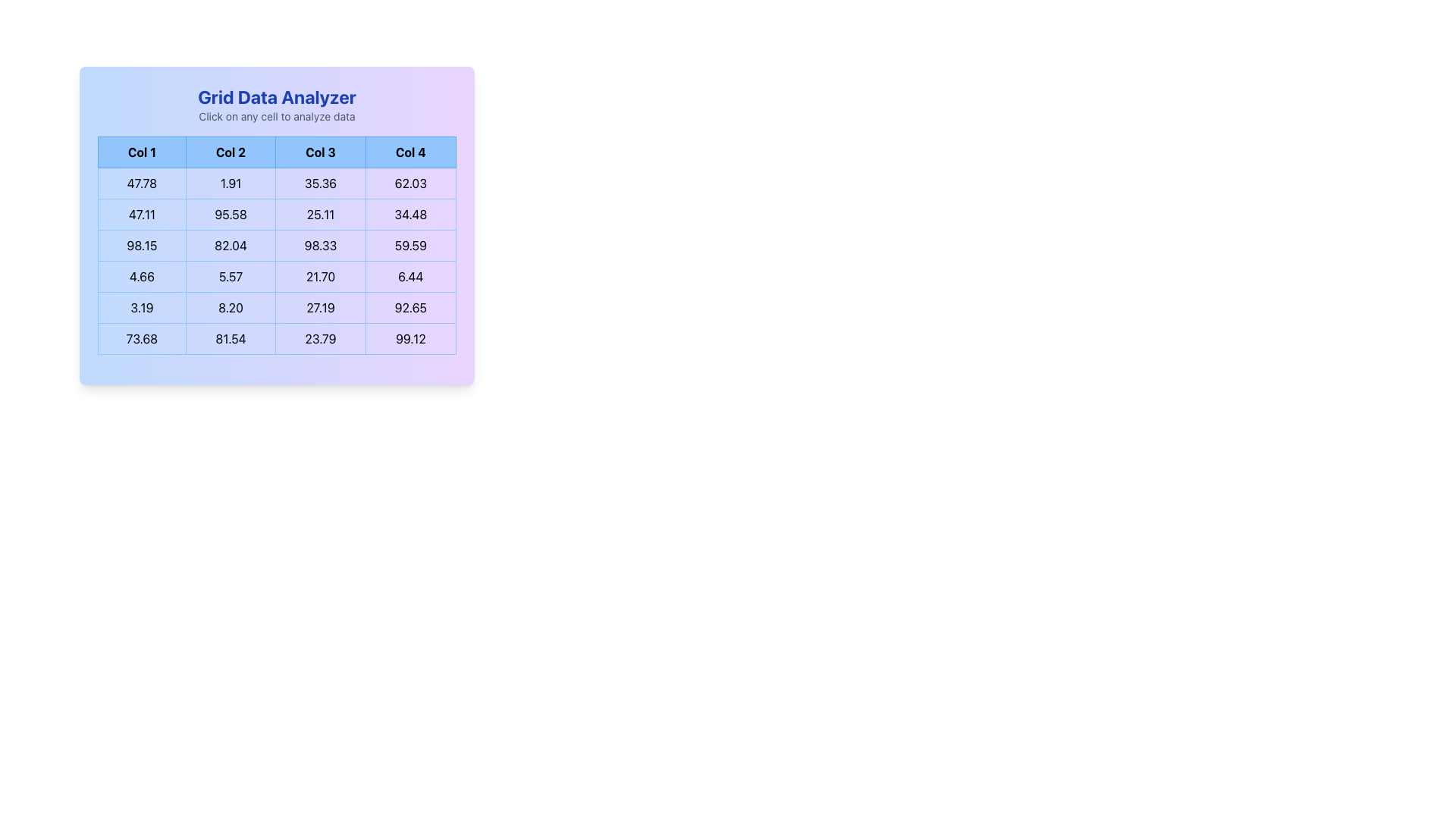  What do you see at coordinates (319, 338) in the screenshot?
I see `the Text display cell that shows the numeric value '23.79' in bold black font, which is located in the third column of the last row of a grid structure` at bounding box center [319, 338].